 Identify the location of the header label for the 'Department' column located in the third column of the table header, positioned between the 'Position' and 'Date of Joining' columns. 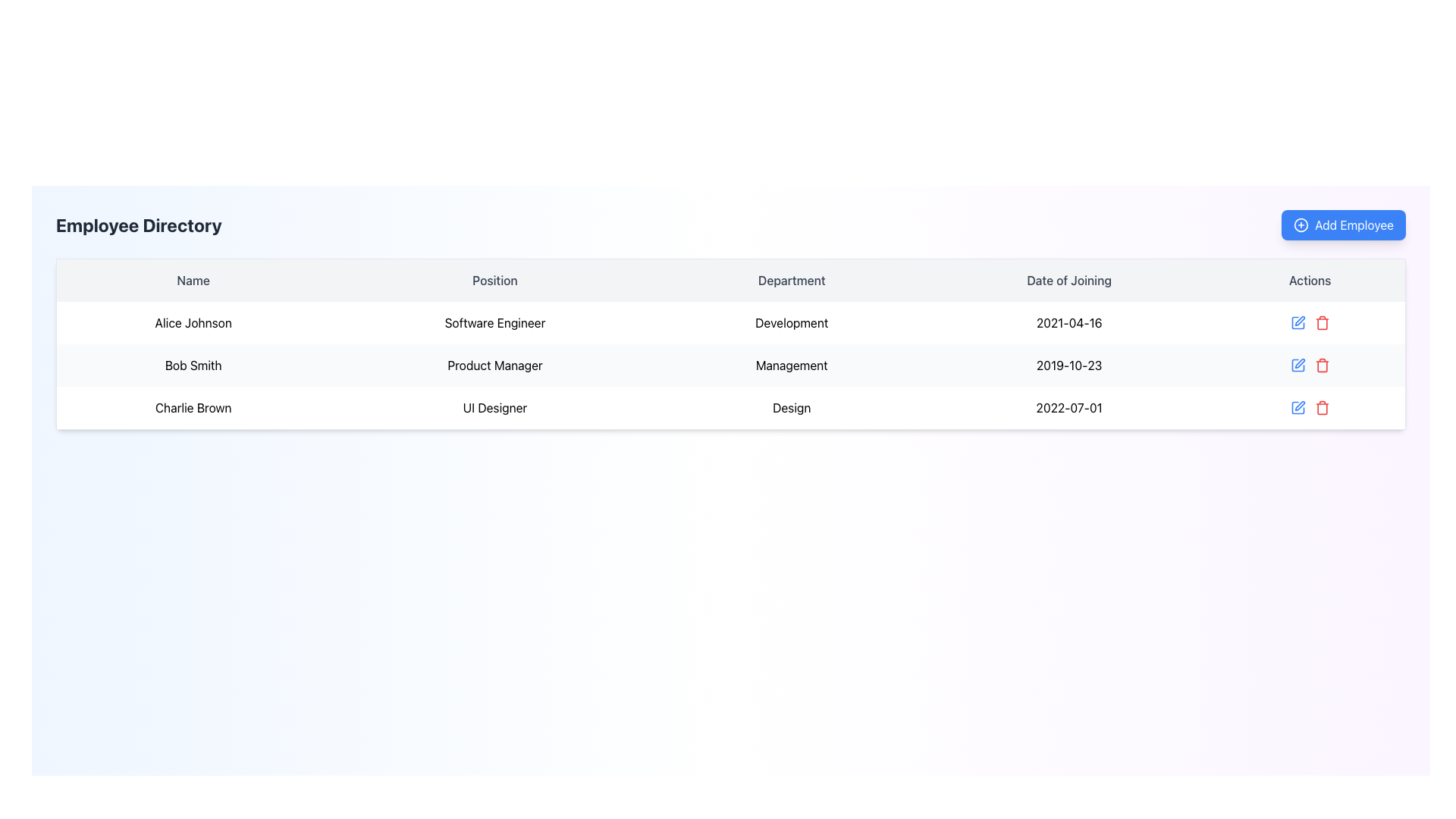
(791, 280).